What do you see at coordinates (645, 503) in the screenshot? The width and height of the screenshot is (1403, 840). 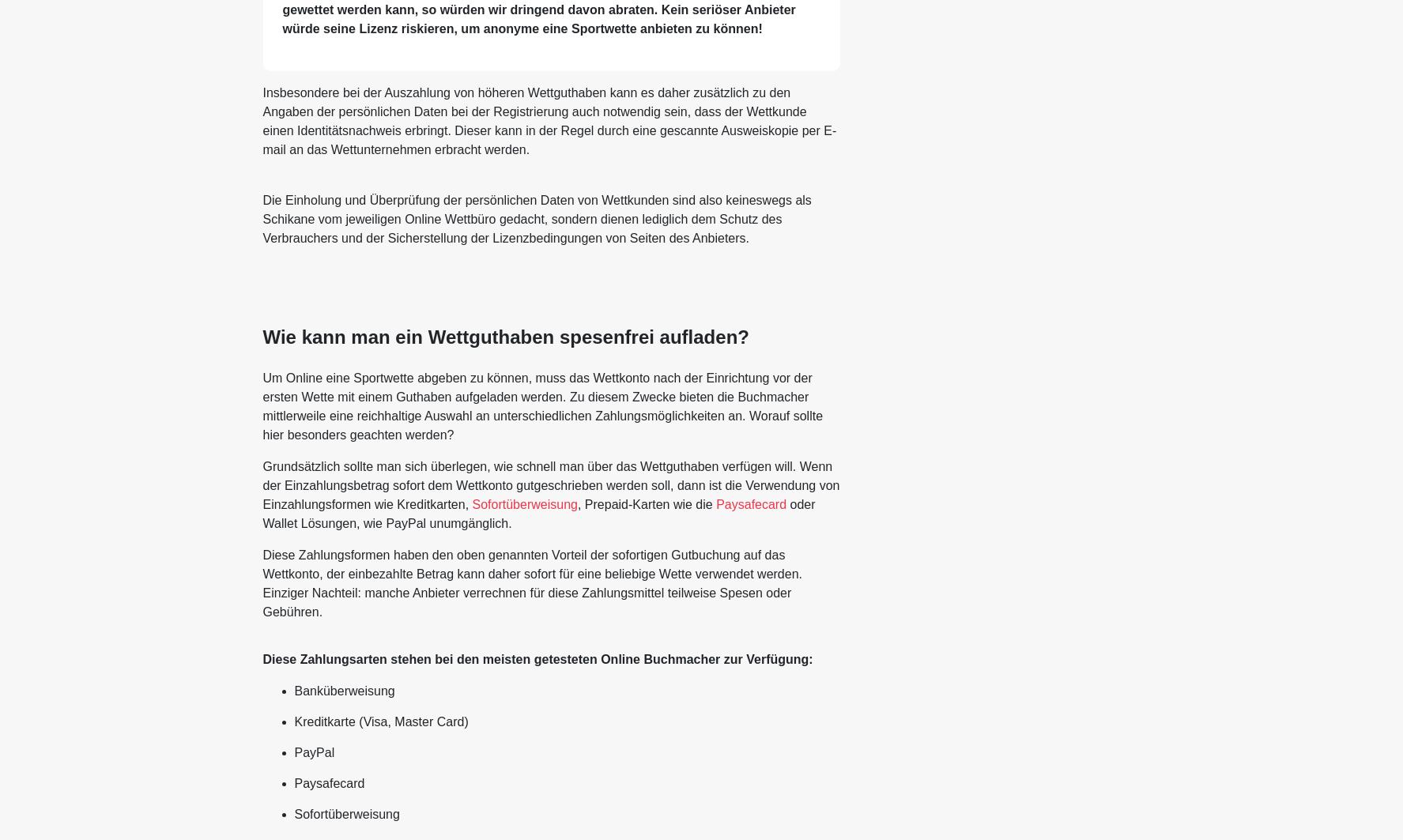 I see `', Prepaid-Karten wie die'` at bounding box center [645, 503].